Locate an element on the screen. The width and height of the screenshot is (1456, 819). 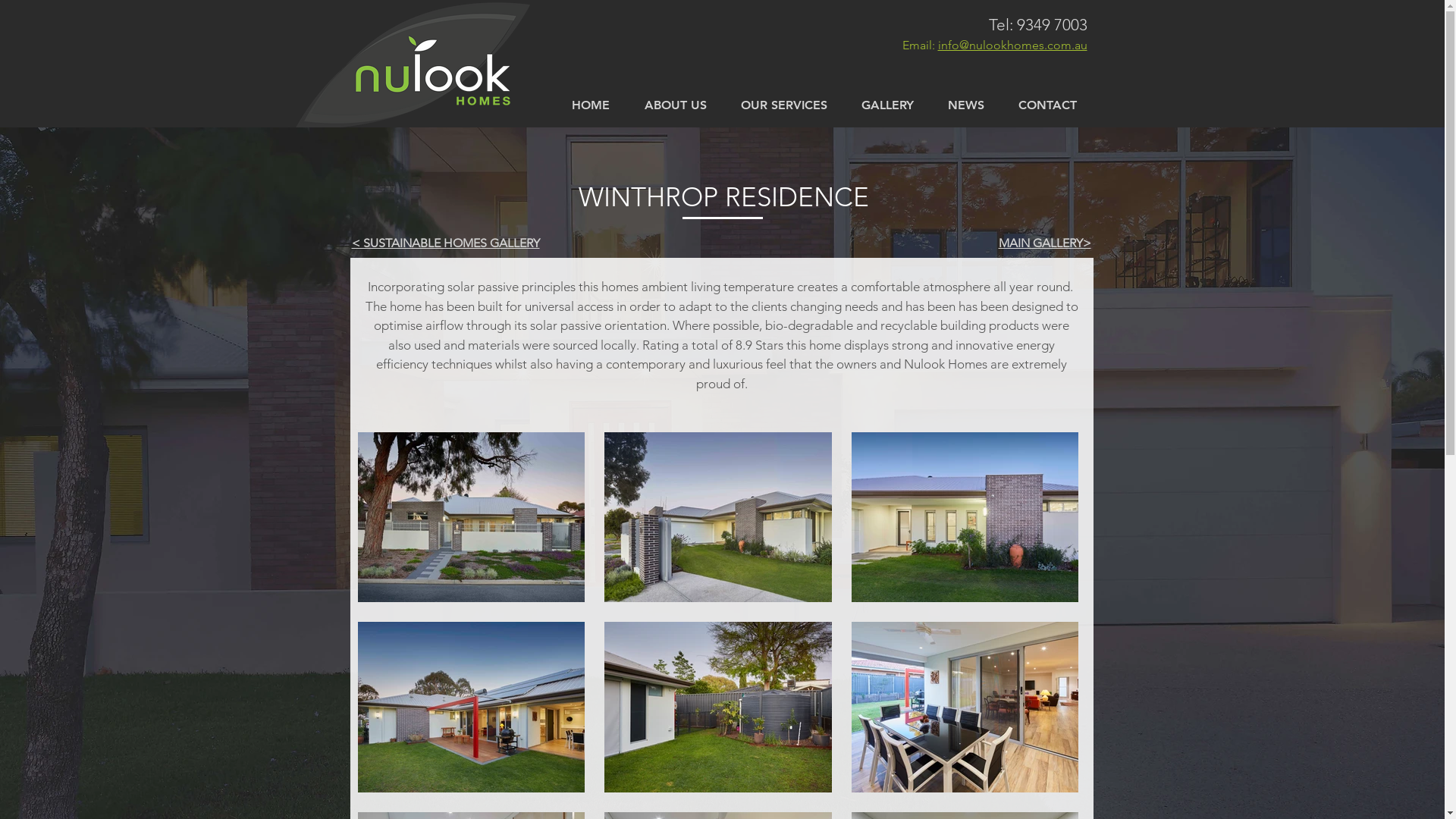
'GALLERY' is located at coordinates (888, 104).